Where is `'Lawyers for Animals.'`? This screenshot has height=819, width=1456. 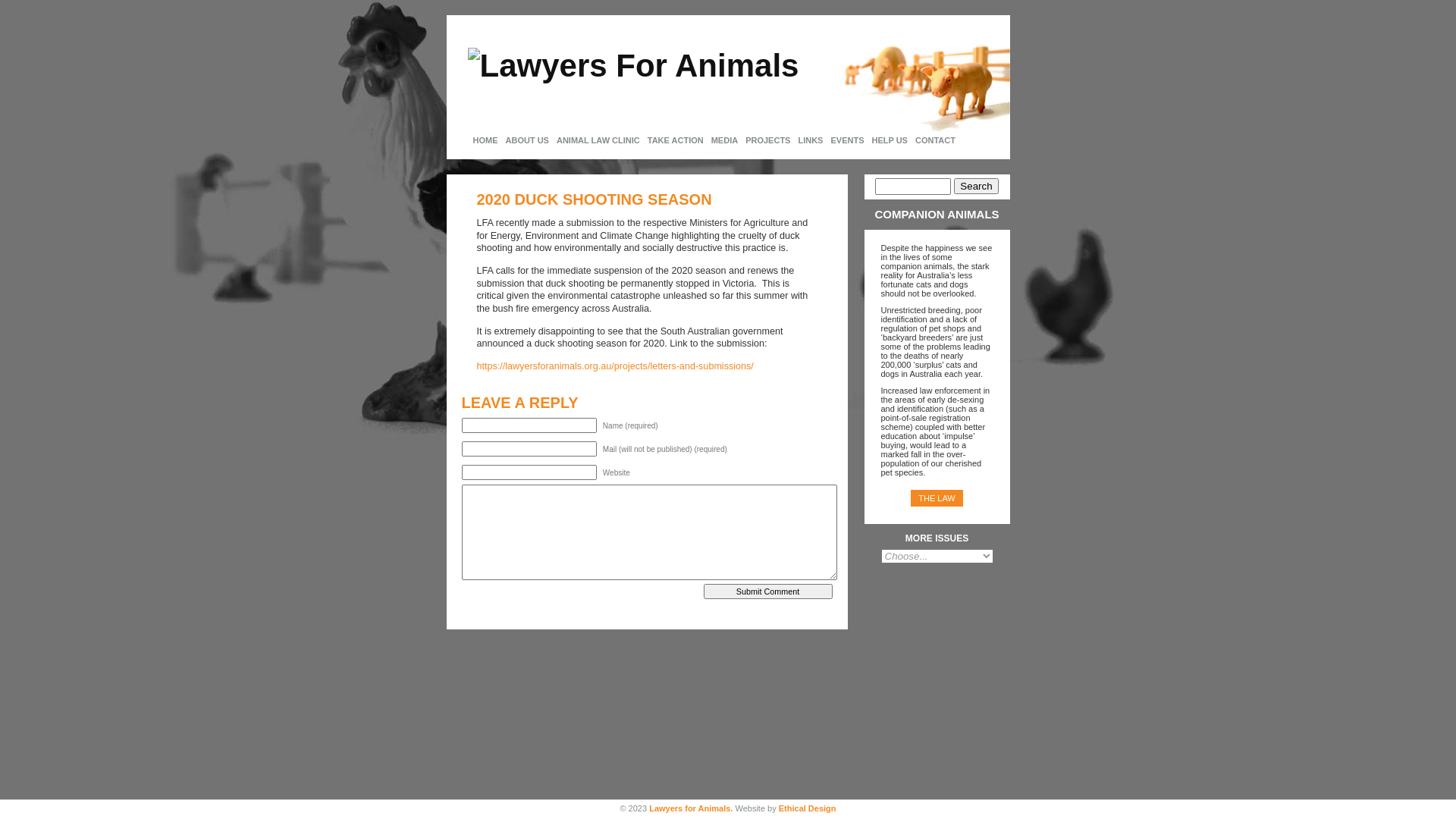
'Lawyers for Animals.' is located at coordinates (690, 807).